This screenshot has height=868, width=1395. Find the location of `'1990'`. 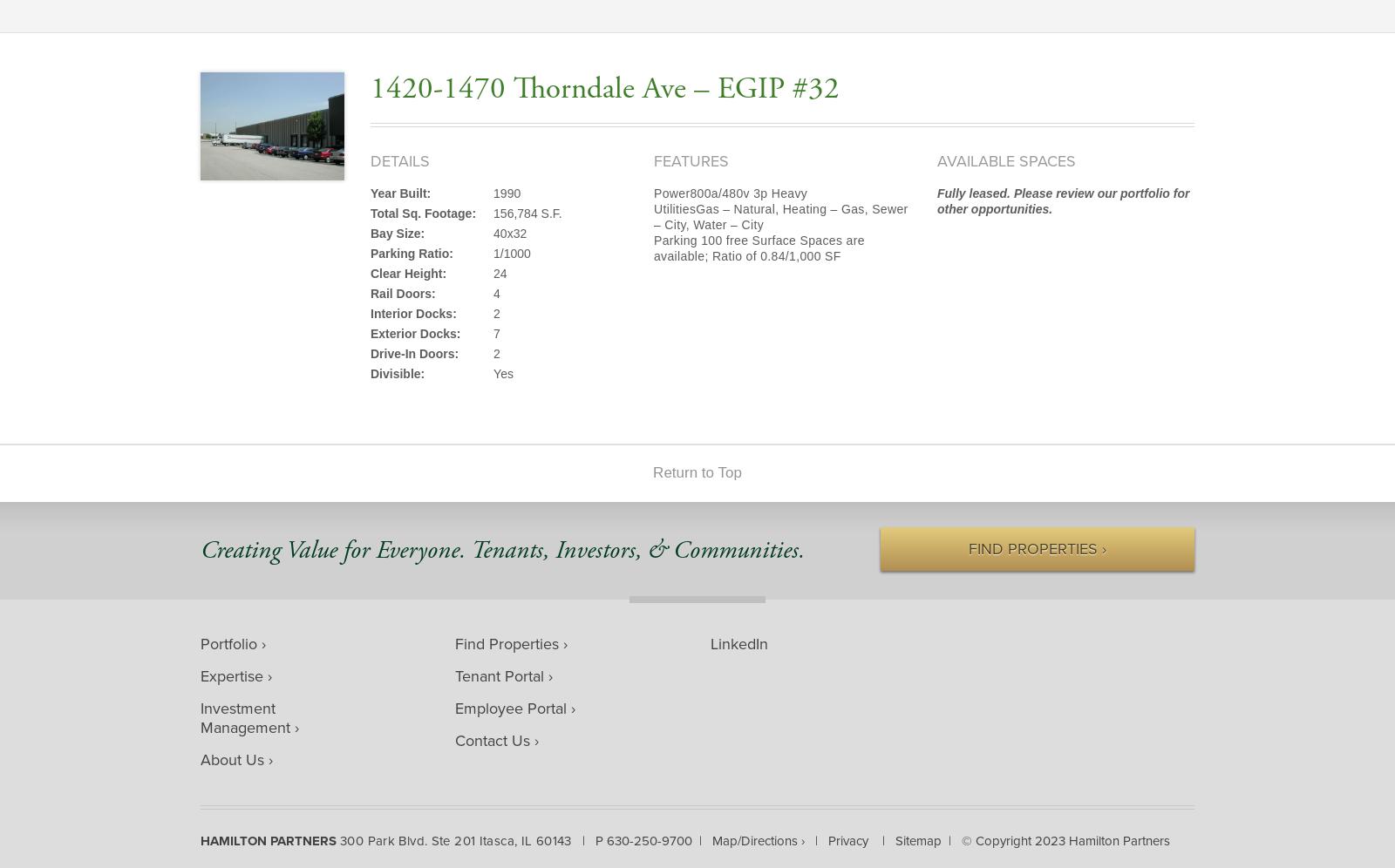

'1990' is located at coordinates (506, 192).